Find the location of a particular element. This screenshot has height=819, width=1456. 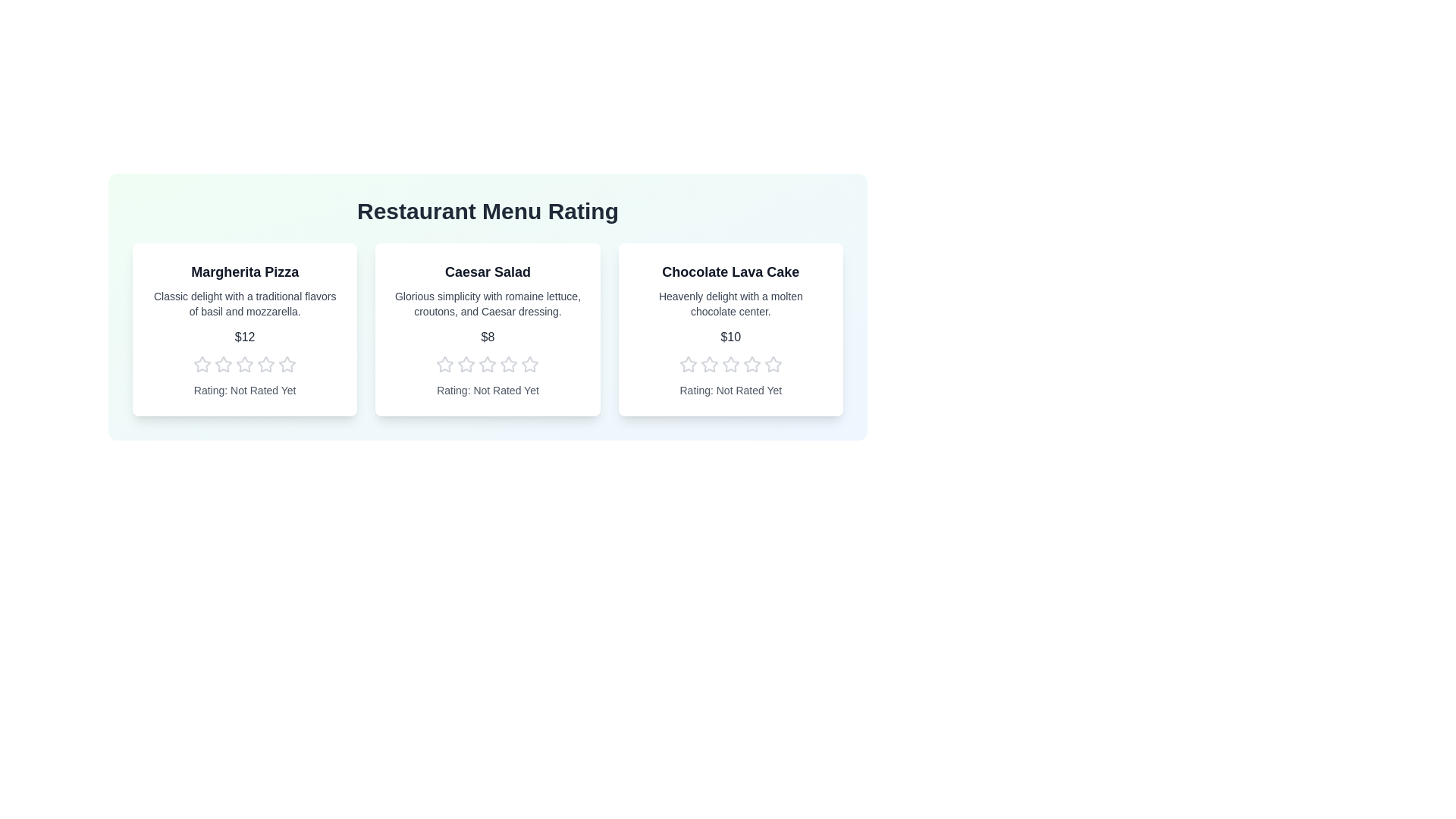

the 2 star to preview the rating is located at coordinates (223, 365).